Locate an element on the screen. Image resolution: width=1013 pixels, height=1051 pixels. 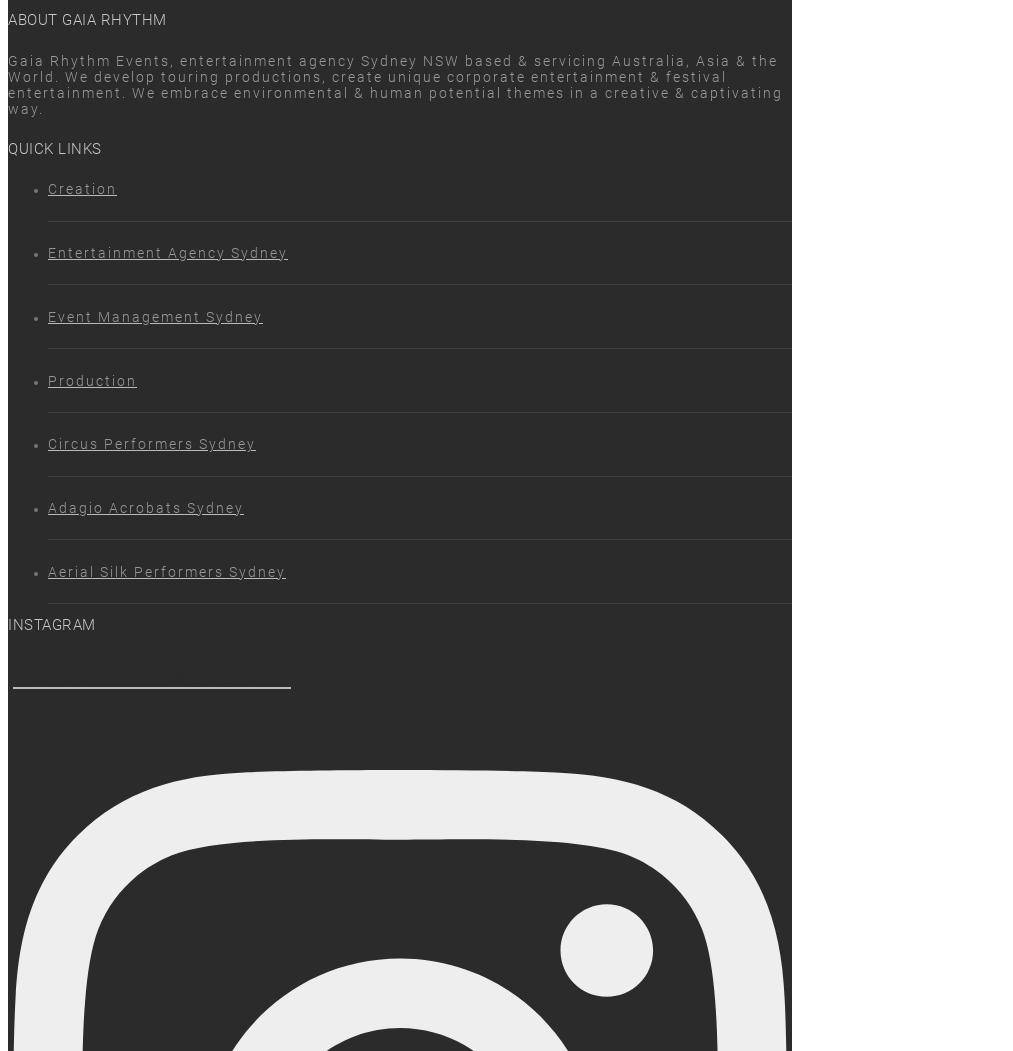
'Aerial Silk Performers Sydney' is located at coordinates (167, 571).